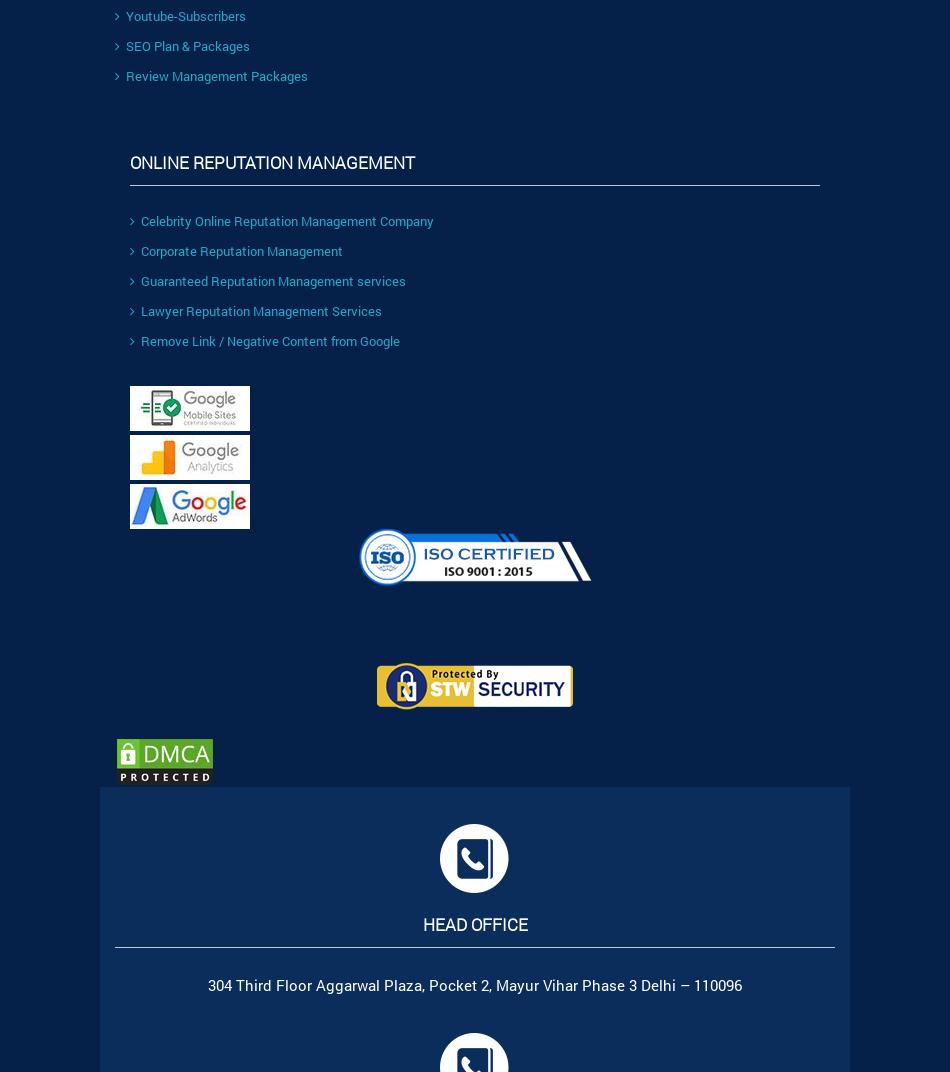 The width and height of the screenshot is (950, 1072). I want to click on 'Corporate Reputation Management', so click(140, 249).